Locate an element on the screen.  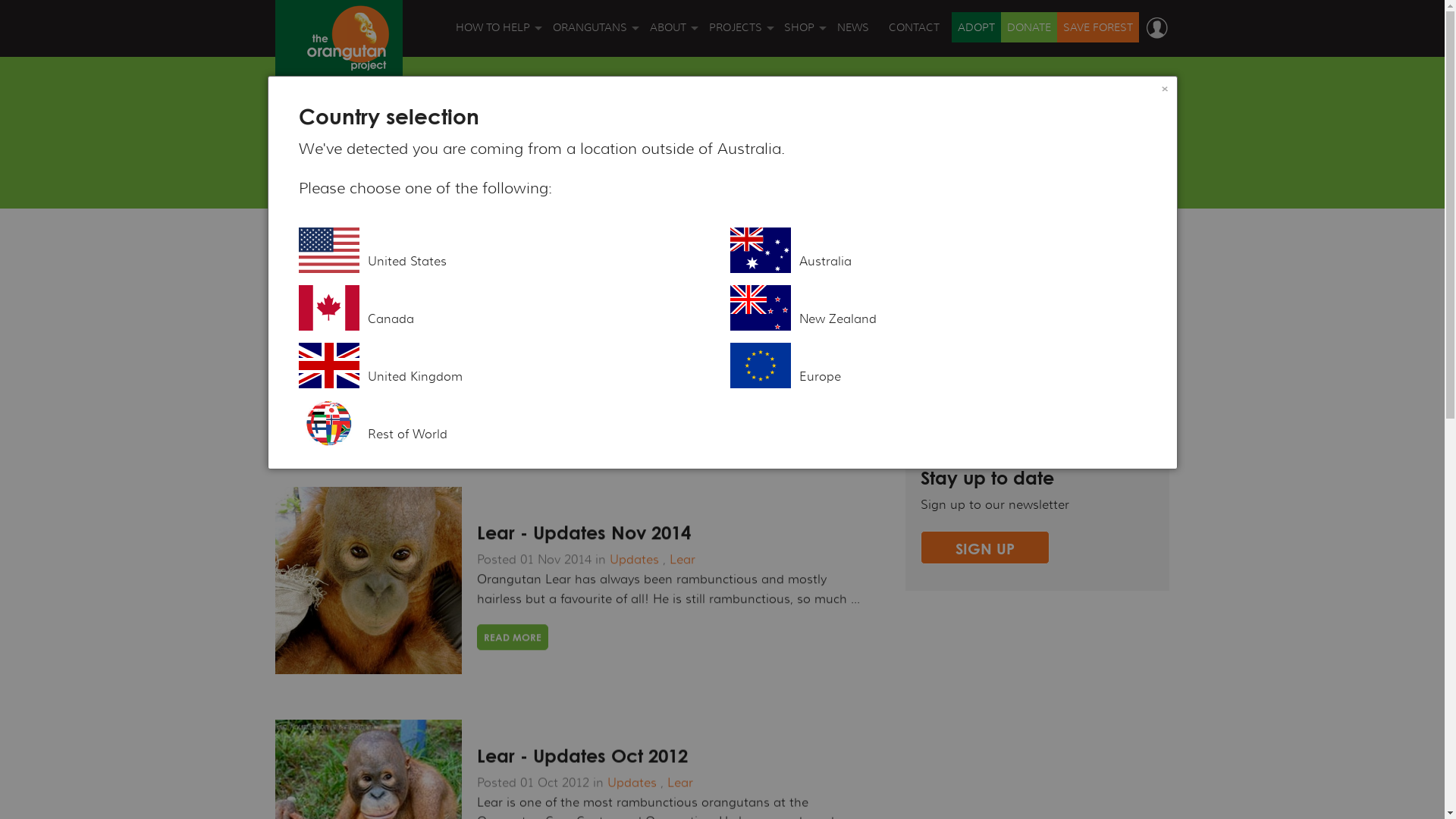
'SIGN UP' is located at coordinates (985, 547).